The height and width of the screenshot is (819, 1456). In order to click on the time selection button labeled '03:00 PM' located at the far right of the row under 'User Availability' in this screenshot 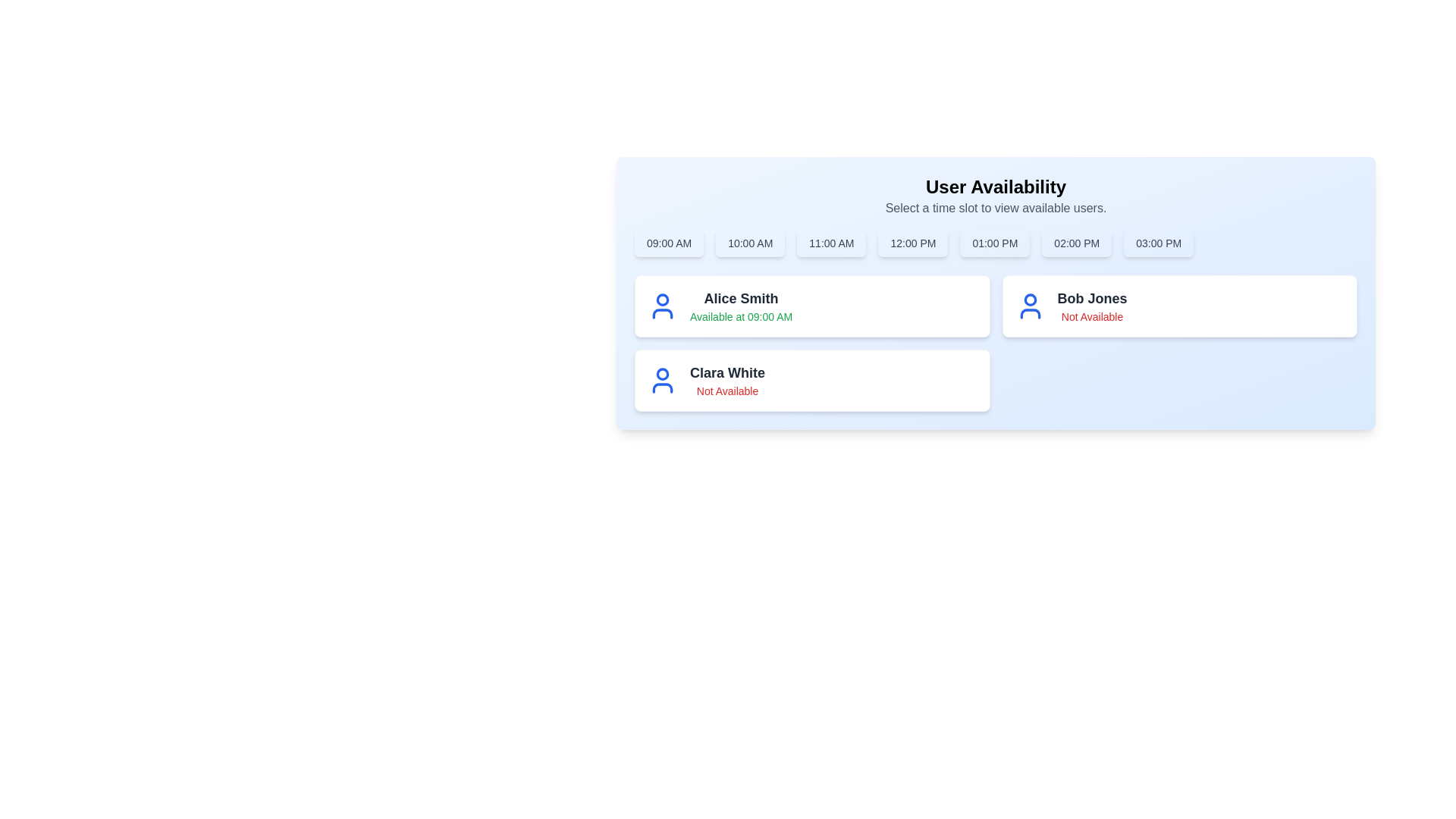, I will do `click(1157, 242)`.